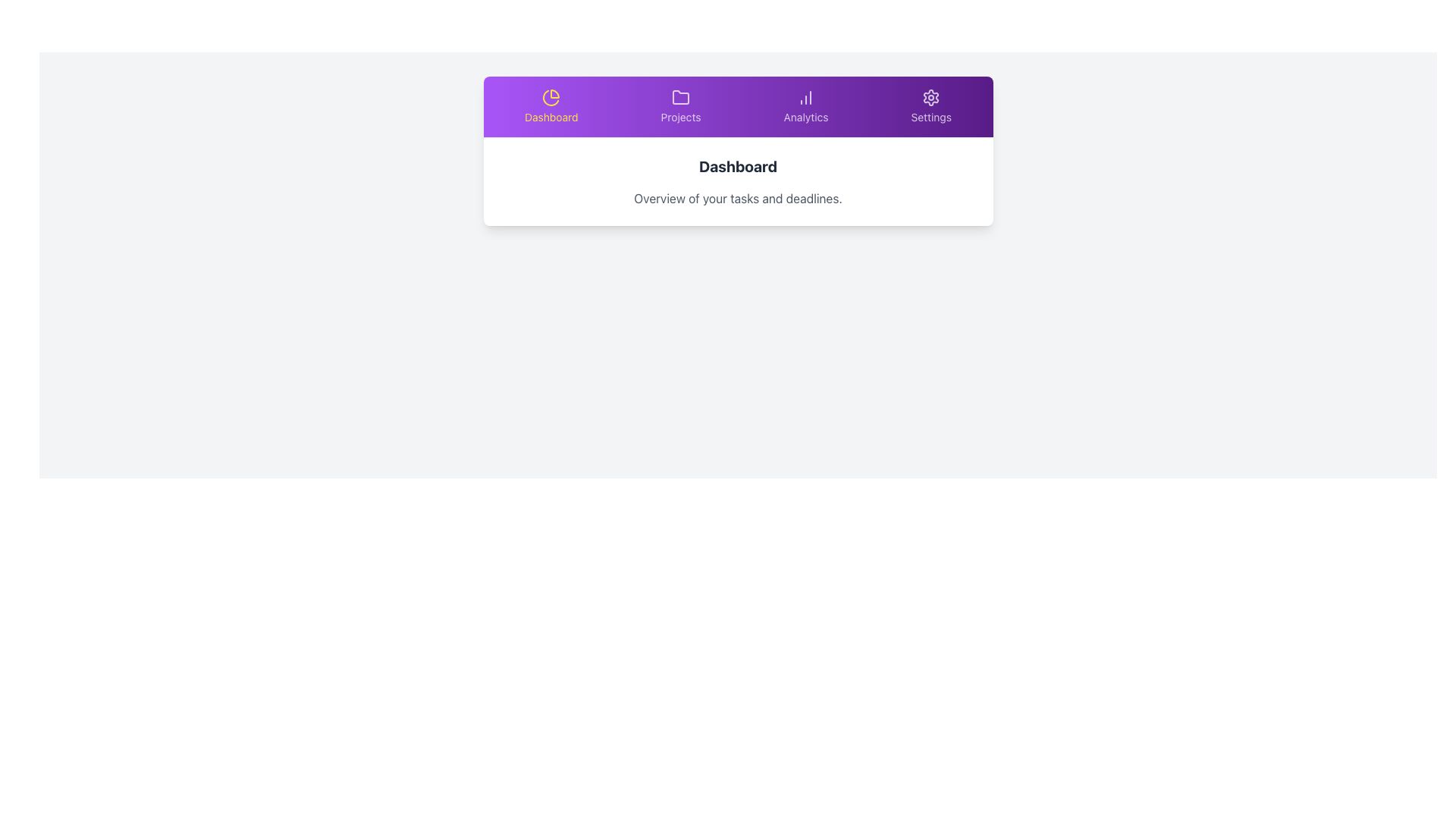 This screenshot has width=1456, height=819. Describe the element at coordinates (930, 116) in the screenshot. I see `'Settings' text label located on the far right of the top navigation bar, just below the gear icon` at that location.